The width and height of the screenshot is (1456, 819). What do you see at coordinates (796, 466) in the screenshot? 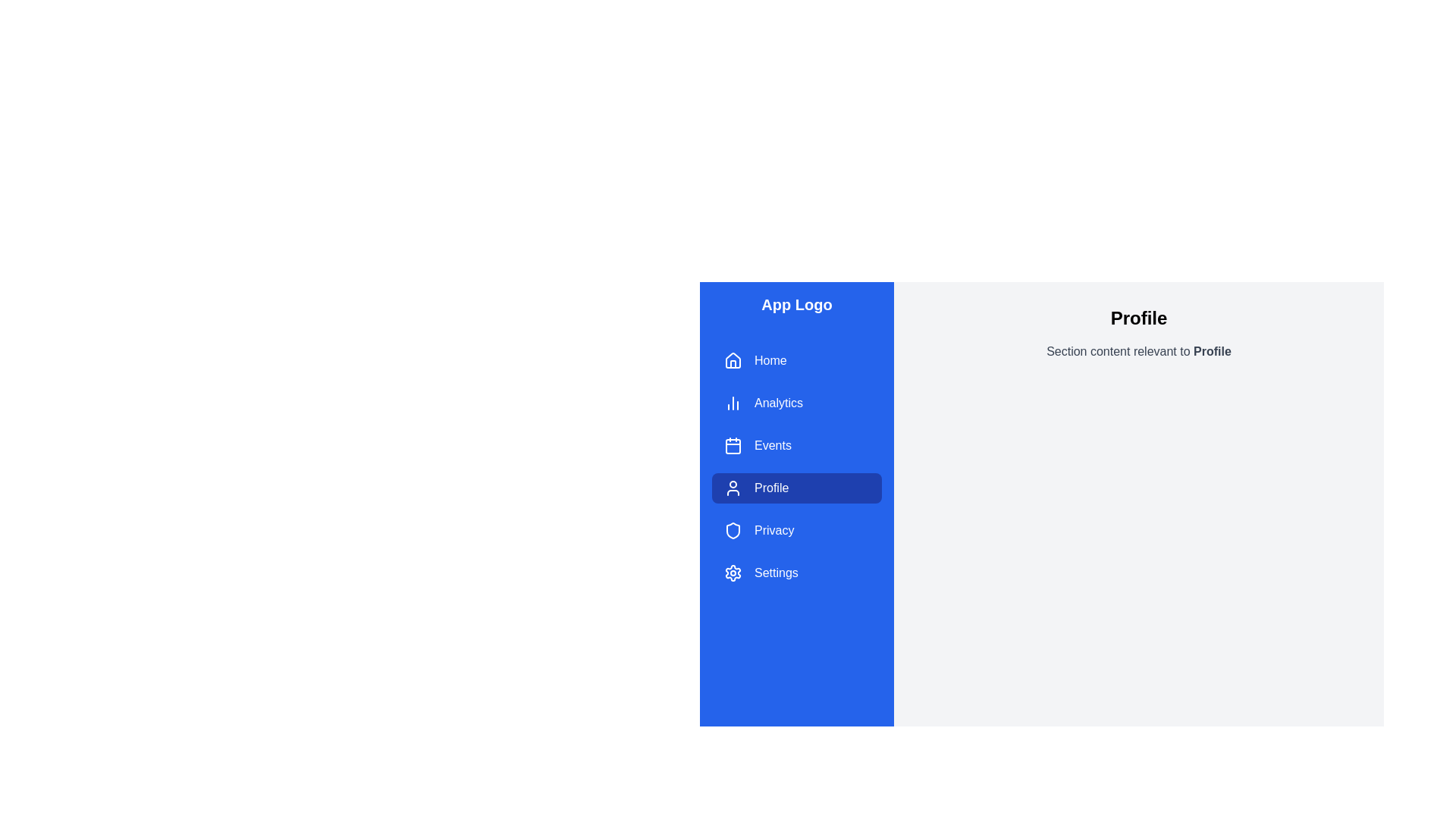
I see `the 'Profile' option in the Vertical Navigation Menu` at bounding box center [796, 466].